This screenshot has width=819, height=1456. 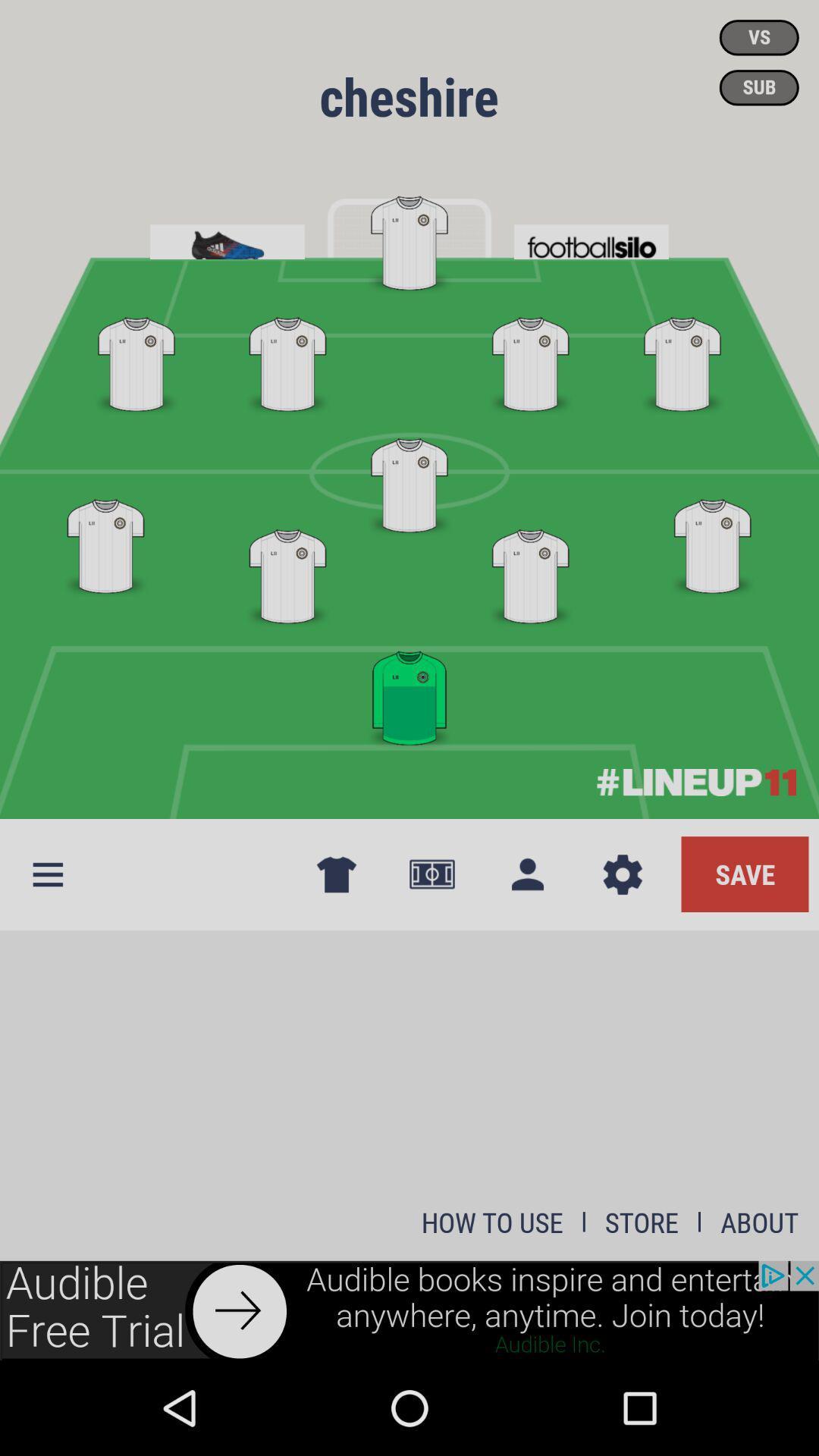 I want to click on the menu icon, so click(x=46, y=874).